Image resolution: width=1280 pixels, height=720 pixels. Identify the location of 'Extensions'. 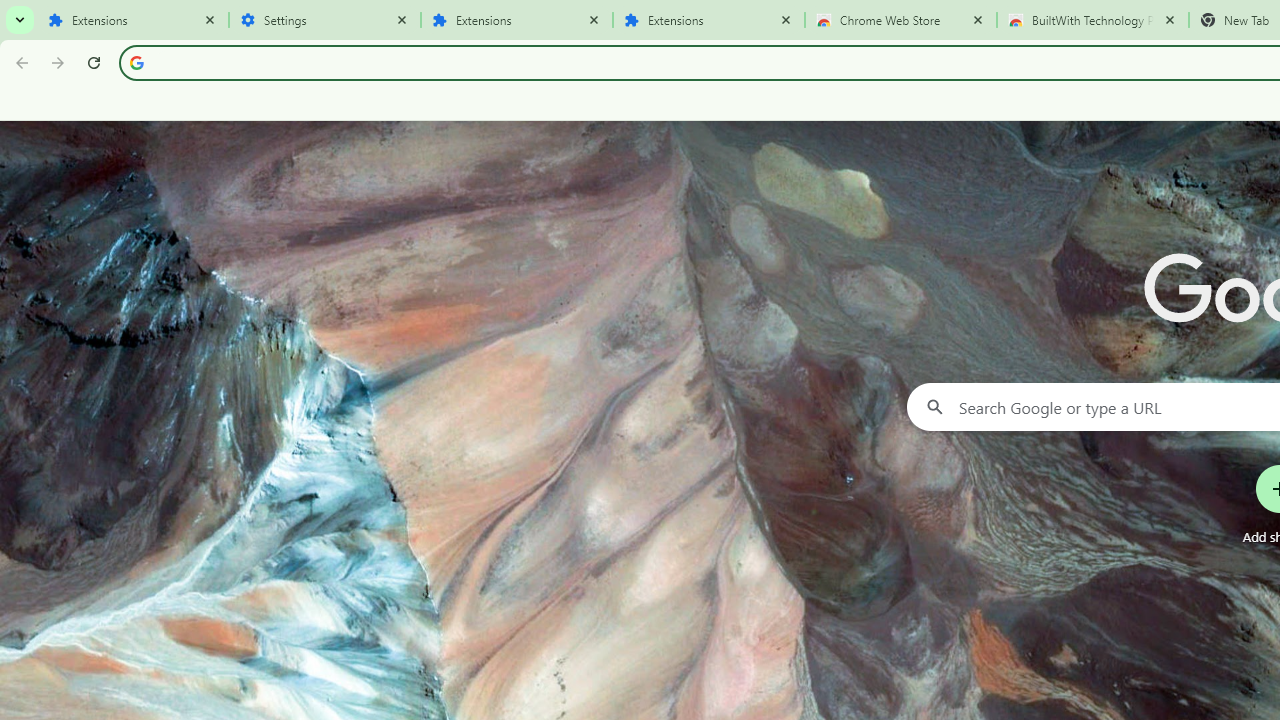
(132, 20).